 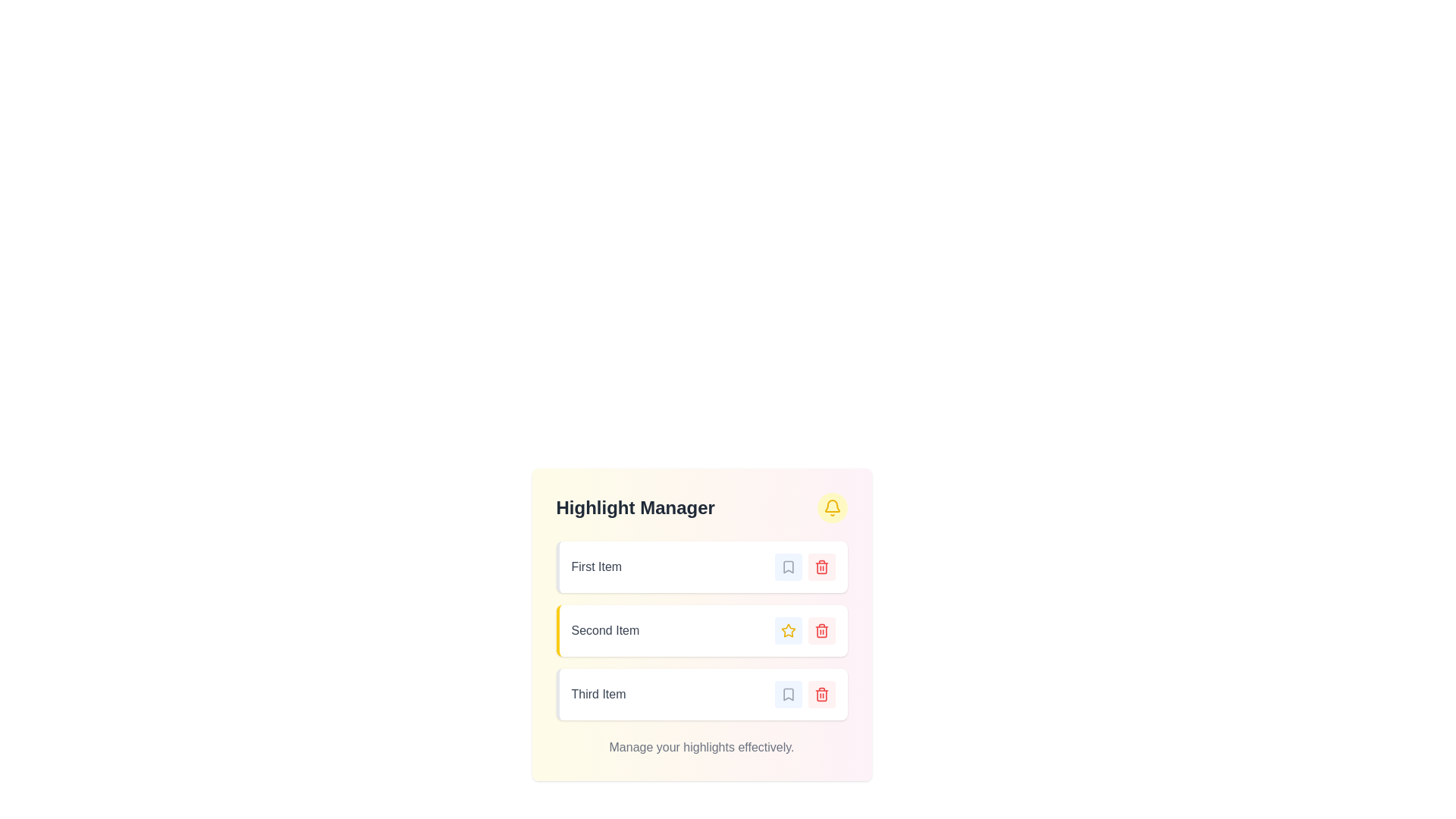 What do you see at coordinates (598, 694) in the screenshot?
I see `the text label displaying 'Third Item', which identifies the associated card in the user interface` at bounding box center [598, 694].